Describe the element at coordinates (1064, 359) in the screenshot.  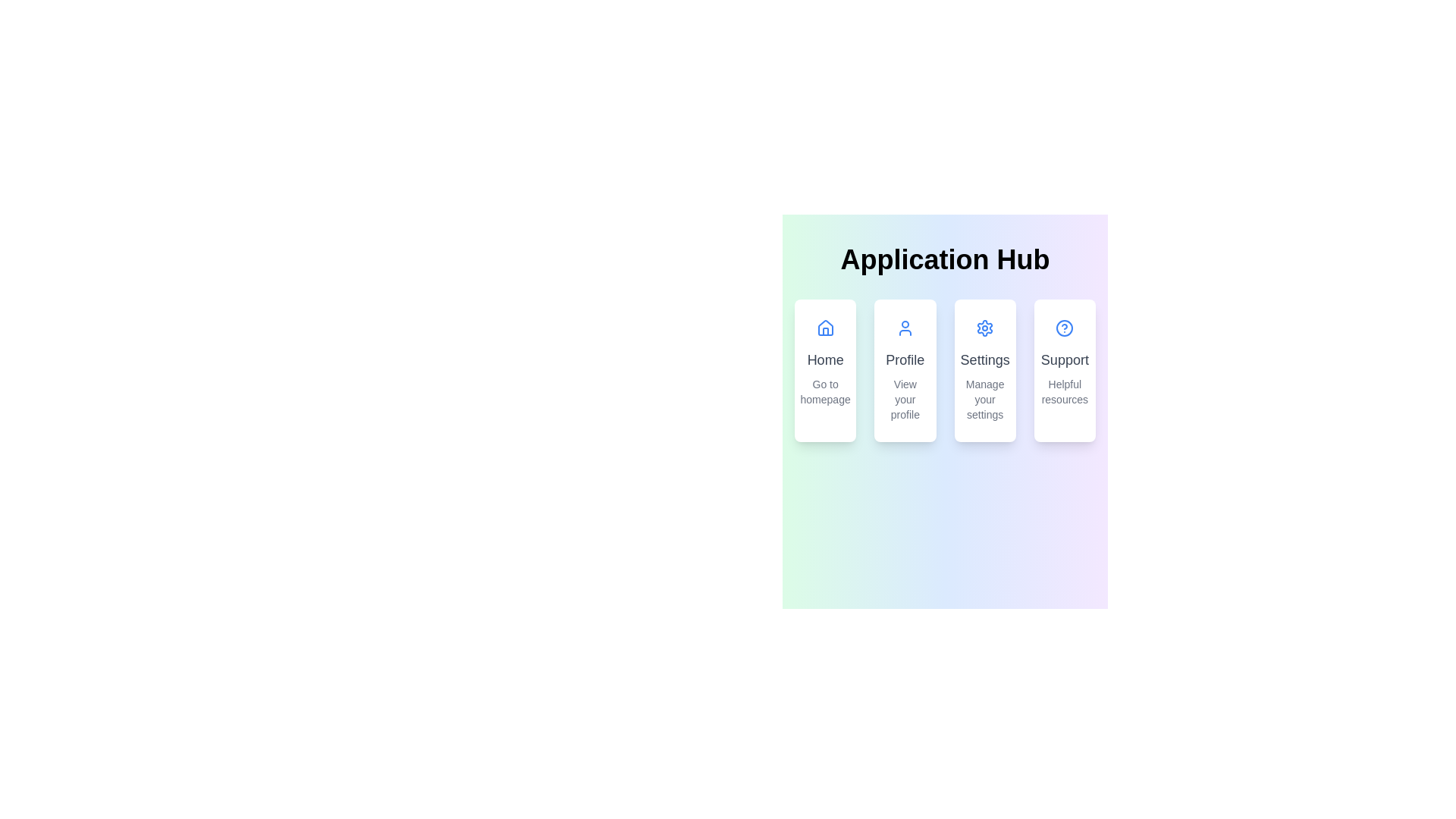
I see `the header text 'Support' which is located inside the fourth card from the left, identifying the subject of the card and centered within it` at that location.